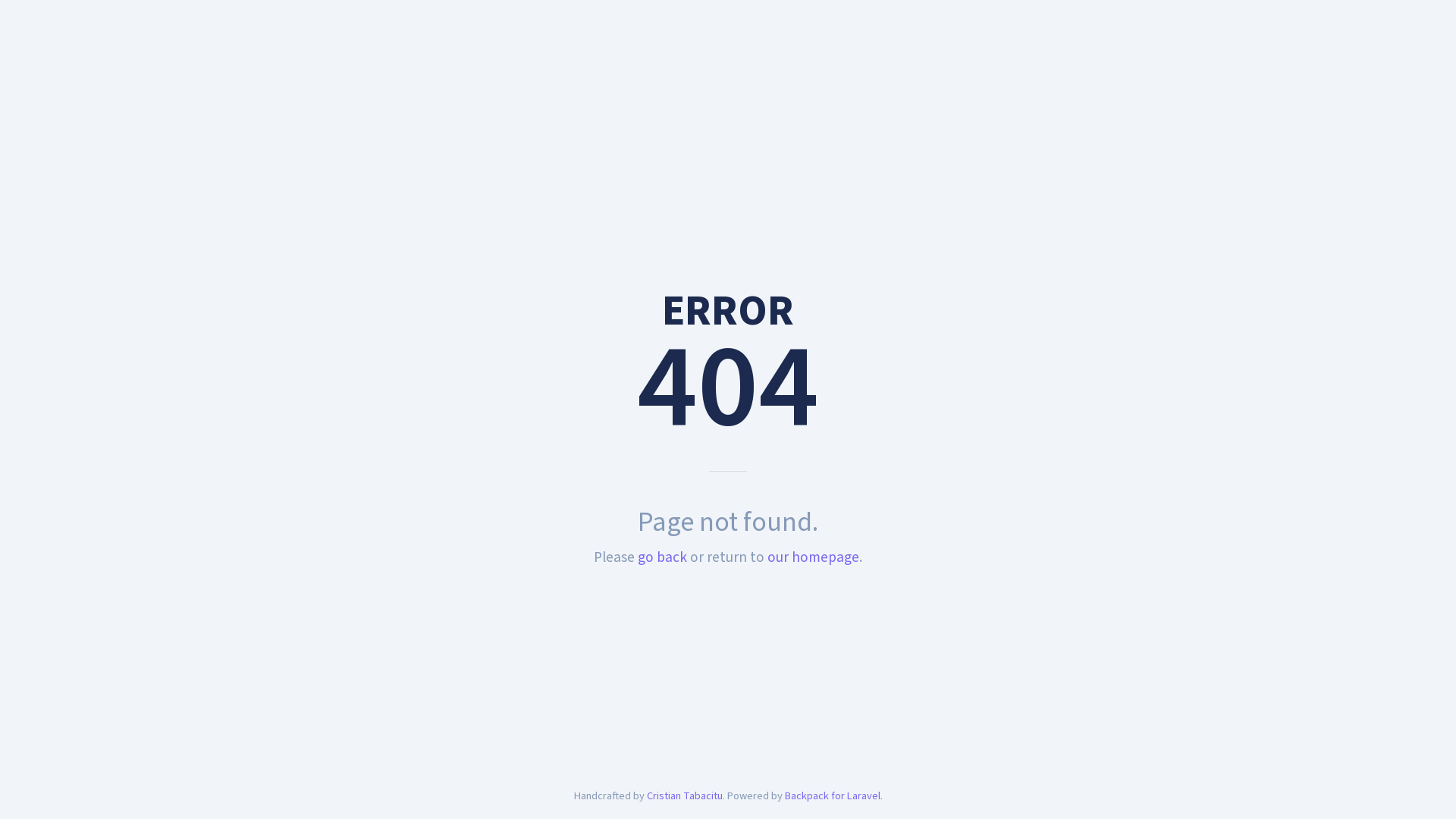 The image size is (1456, 819). I want to click on 'Cristian Tabacitu', so click(683, 795).